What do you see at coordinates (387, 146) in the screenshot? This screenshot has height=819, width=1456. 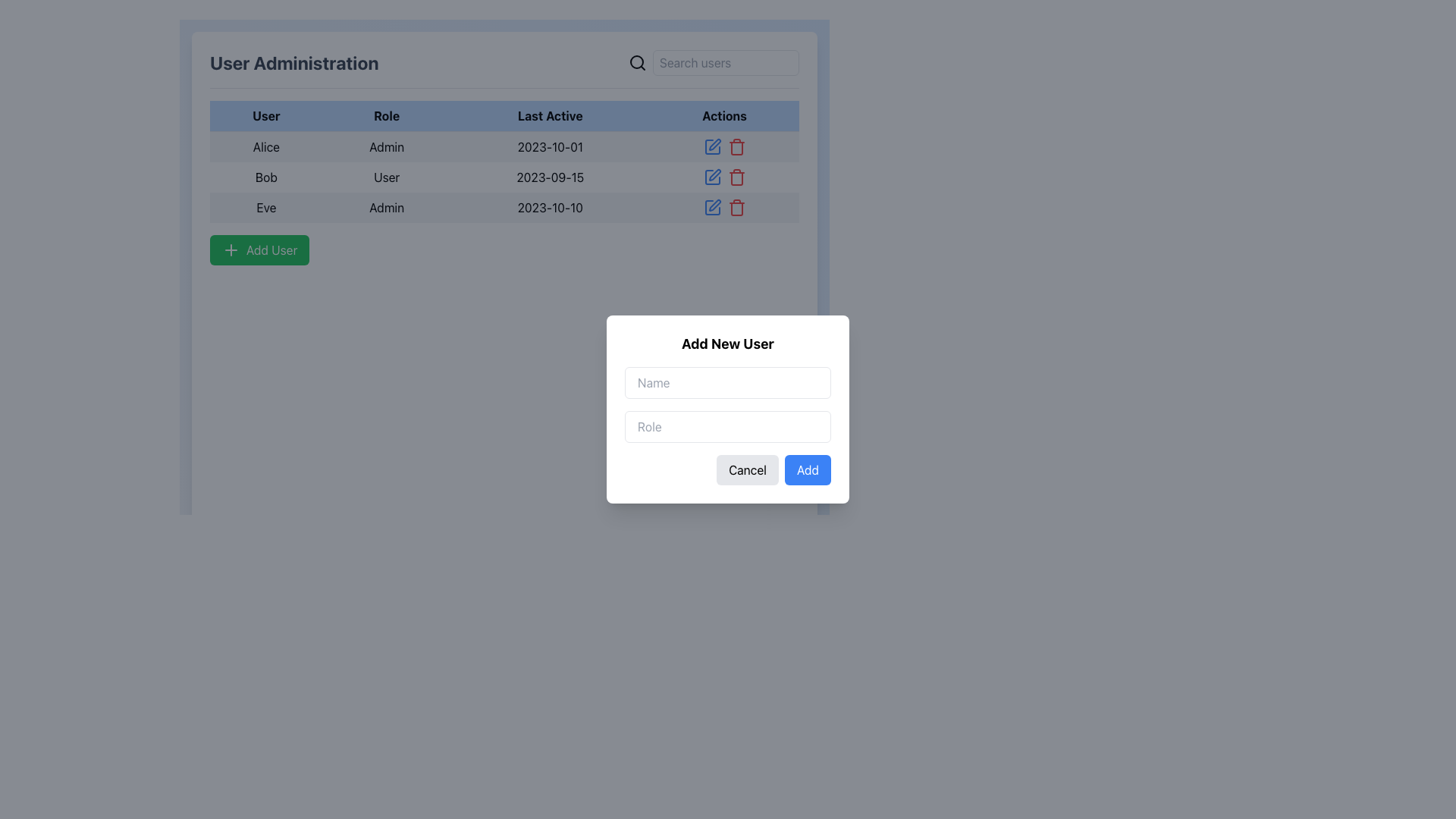 I see `the static text element that displays the user's role ('Admin') in the user management interface, which is centrally positioned in the second column of a table` at bounding box center [387, 146].